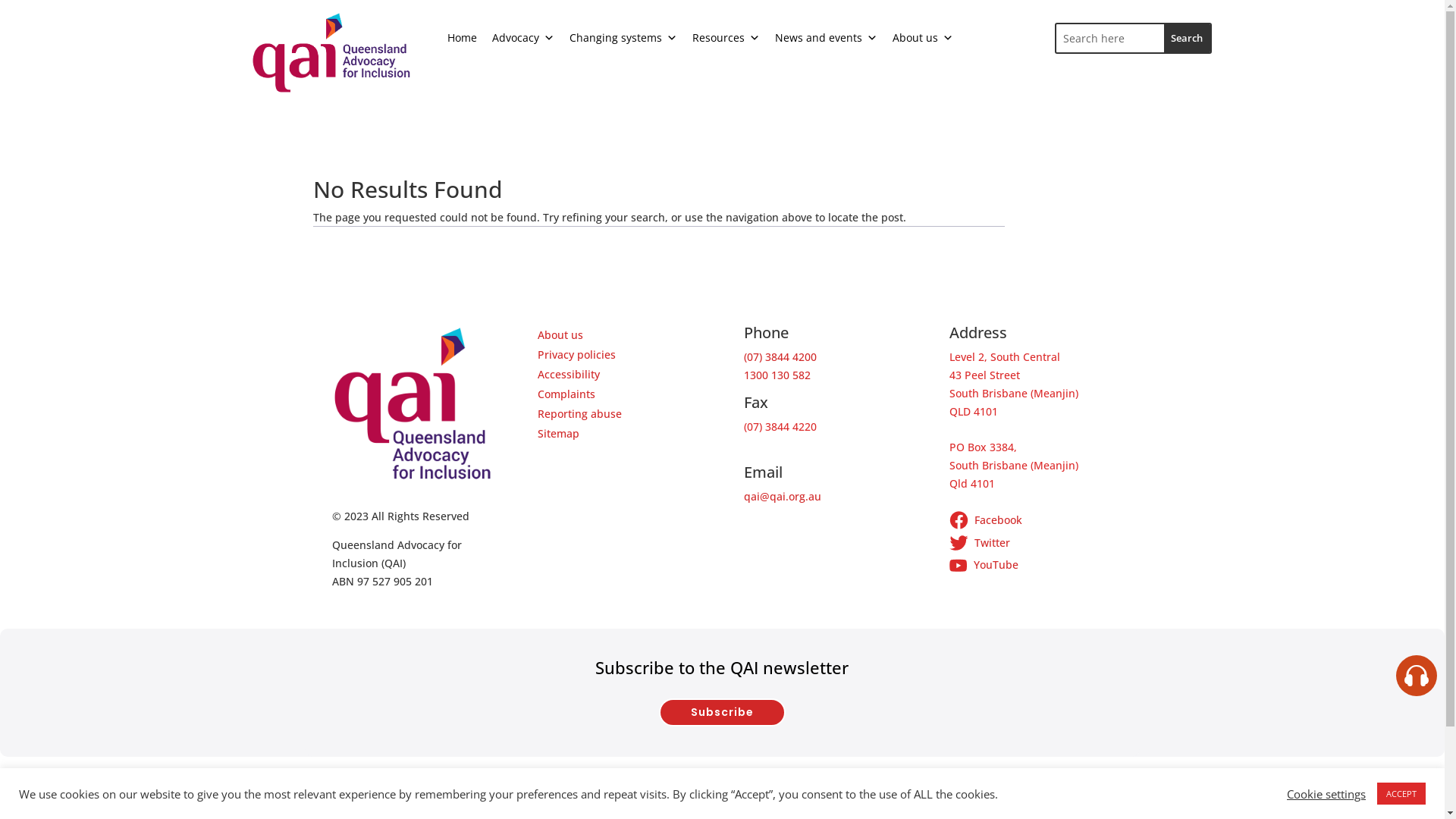  What do you see at coordinates (1186, 37) in the screenshot?
I see `'Search'` at bounding box center [1186, 37].